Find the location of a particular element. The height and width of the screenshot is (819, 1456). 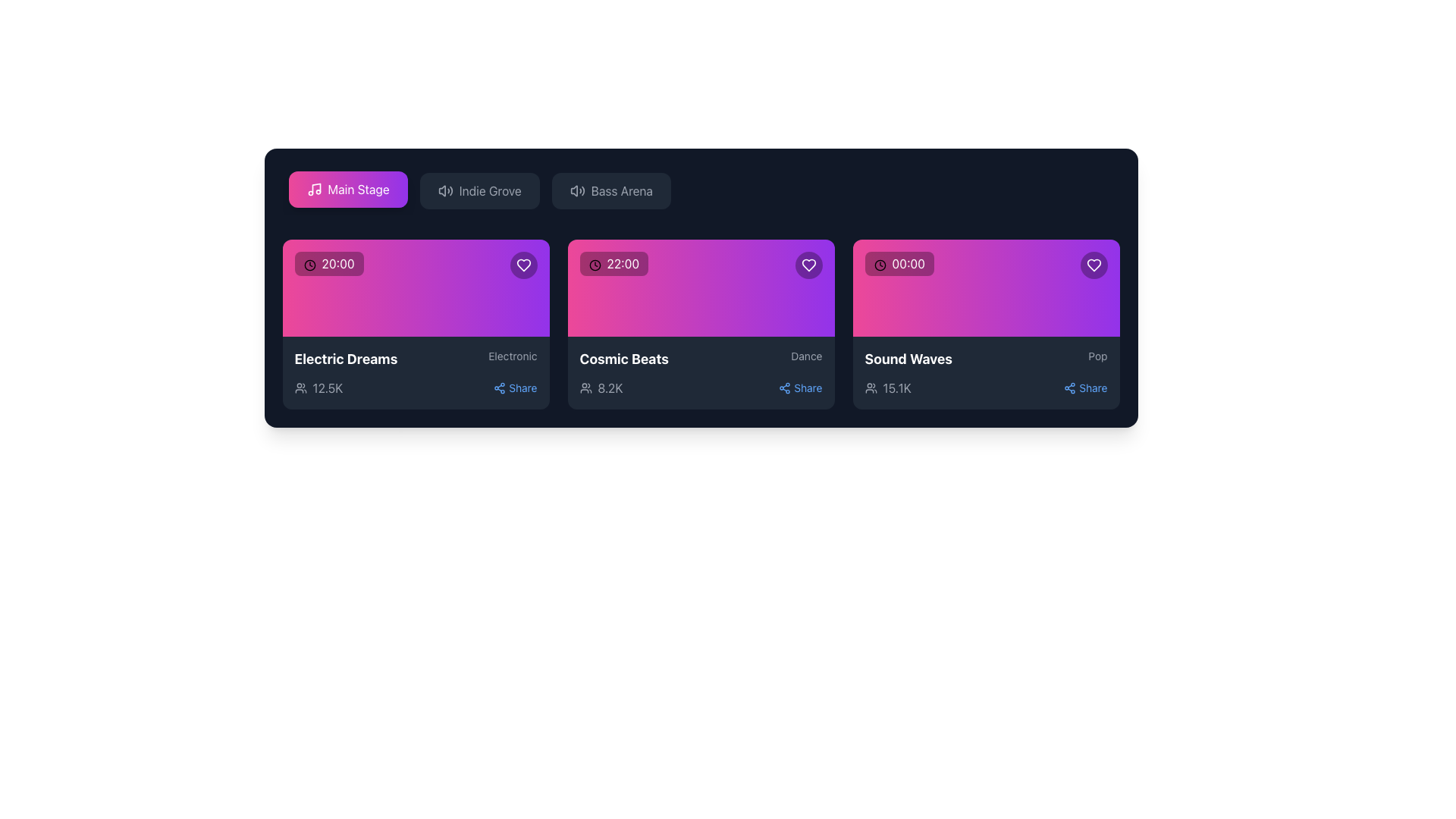

the 'Main Stage' button is located at coordinates (347, 189).